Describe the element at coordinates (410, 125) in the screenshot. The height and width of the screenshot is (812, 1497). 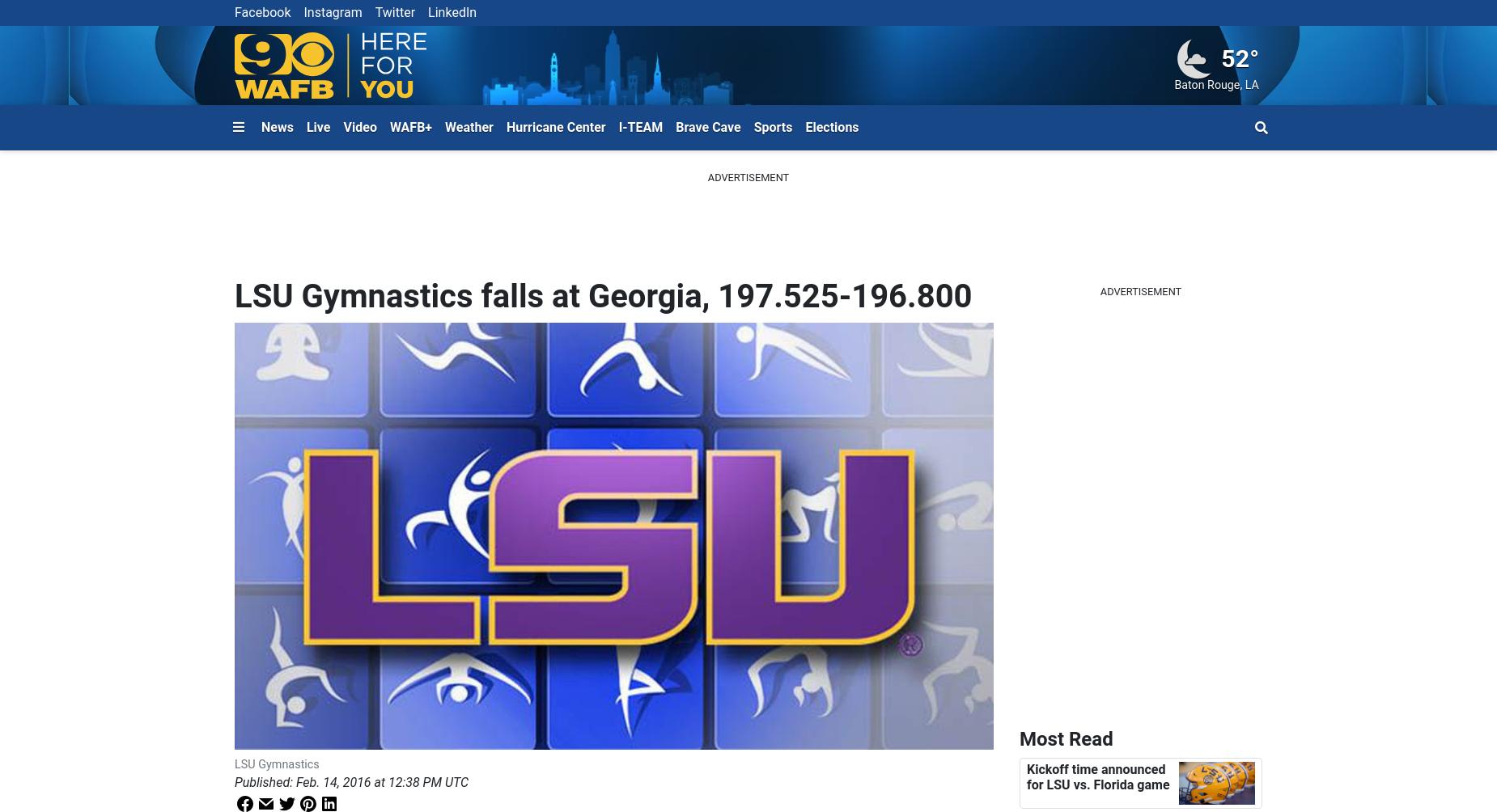
I see `'WAFB+'` at that location.